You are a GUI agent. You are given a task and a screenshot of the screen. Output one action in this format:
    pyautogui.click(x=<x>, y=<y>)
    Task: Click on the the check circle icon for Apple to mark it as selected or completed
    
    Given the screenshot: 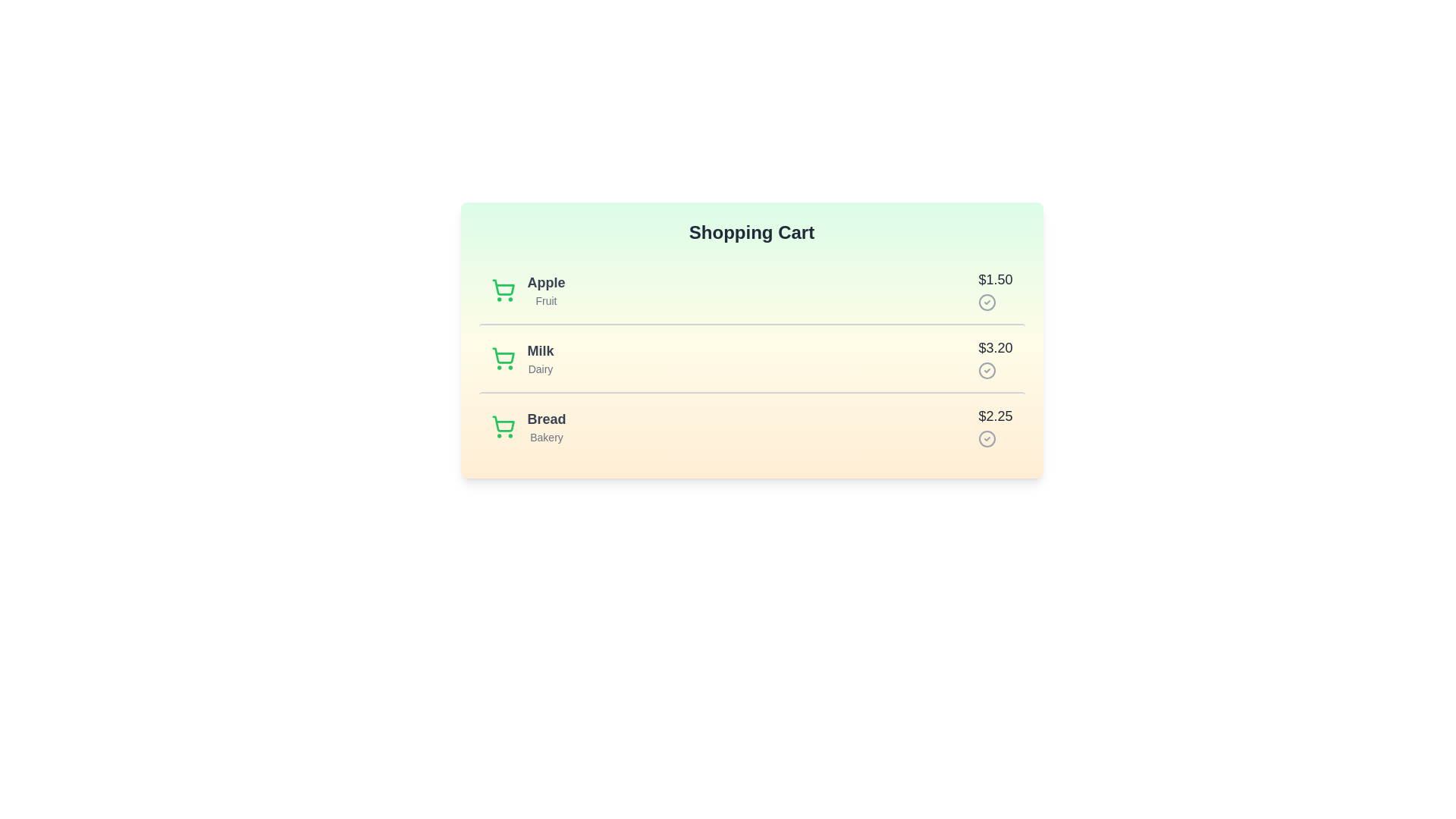 What is the action you would take?
    pyautogui.click(x=987, y=302)
    